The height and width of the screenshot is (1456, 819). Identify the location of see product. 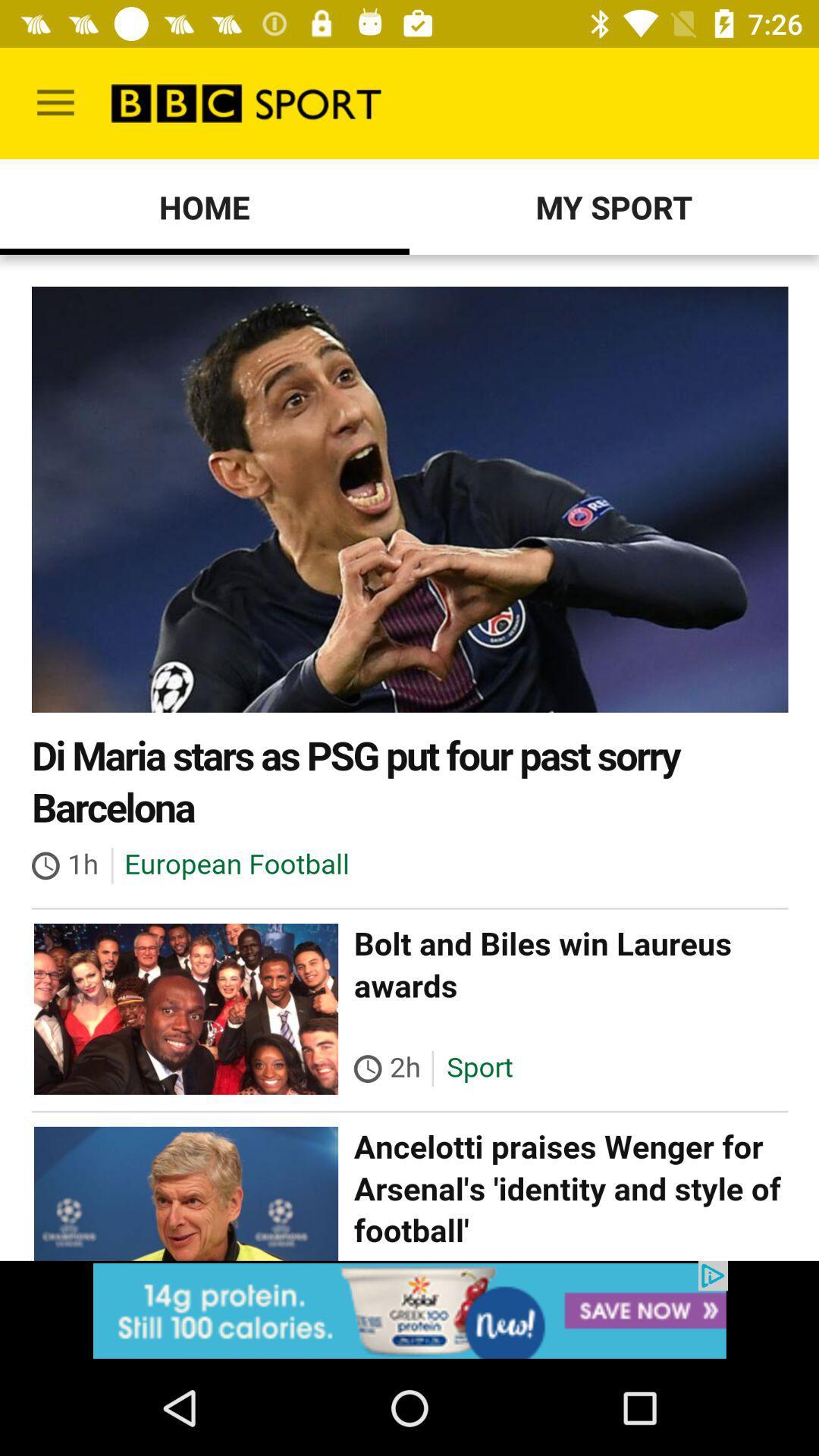
(409, 1310).